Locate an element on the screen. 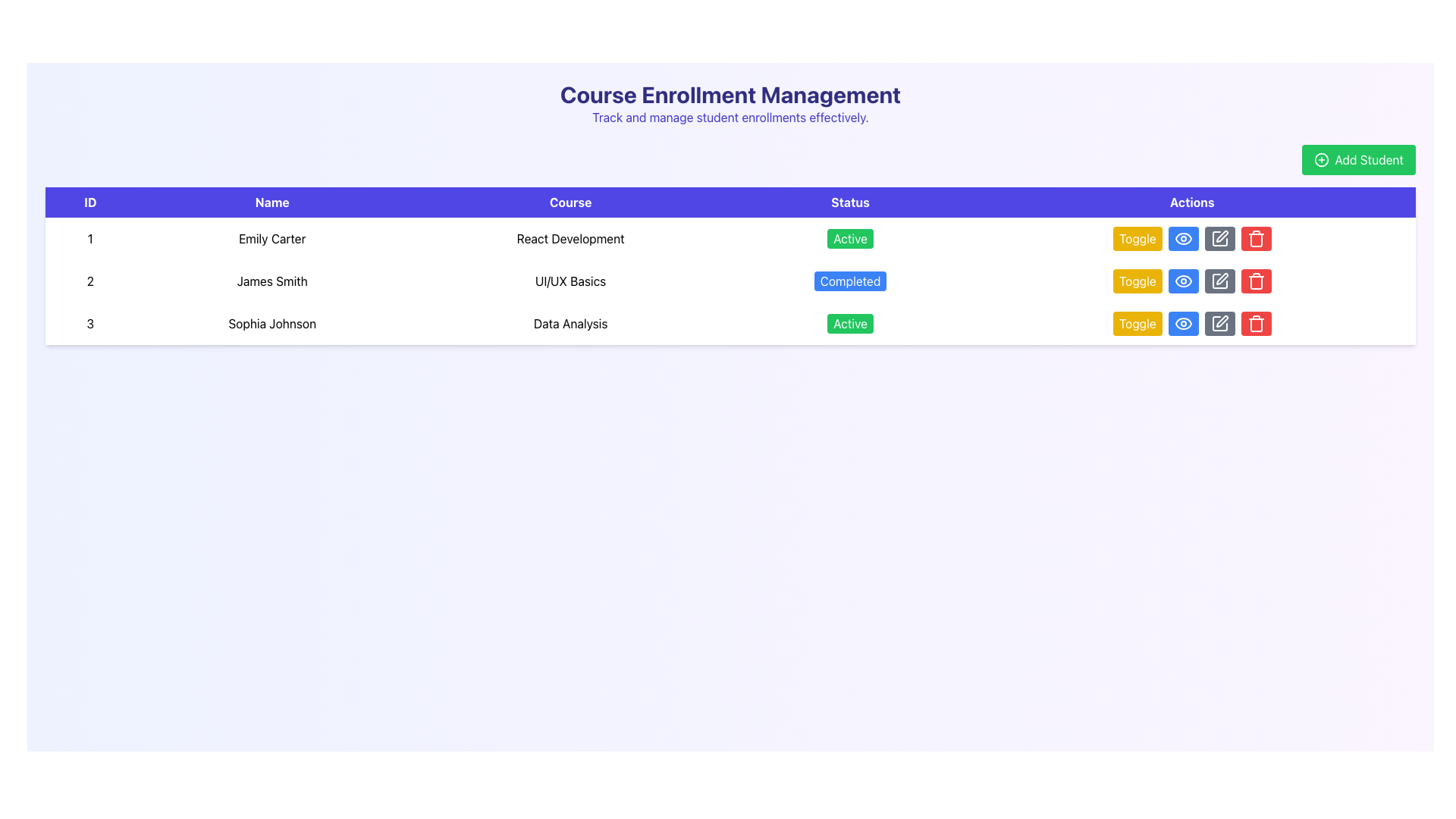 This screenshot has height=819, width=1456. the blue visibility button with an eye icon located in the 'Actions' column, second row of the table is located at coordinates (1182, 323).